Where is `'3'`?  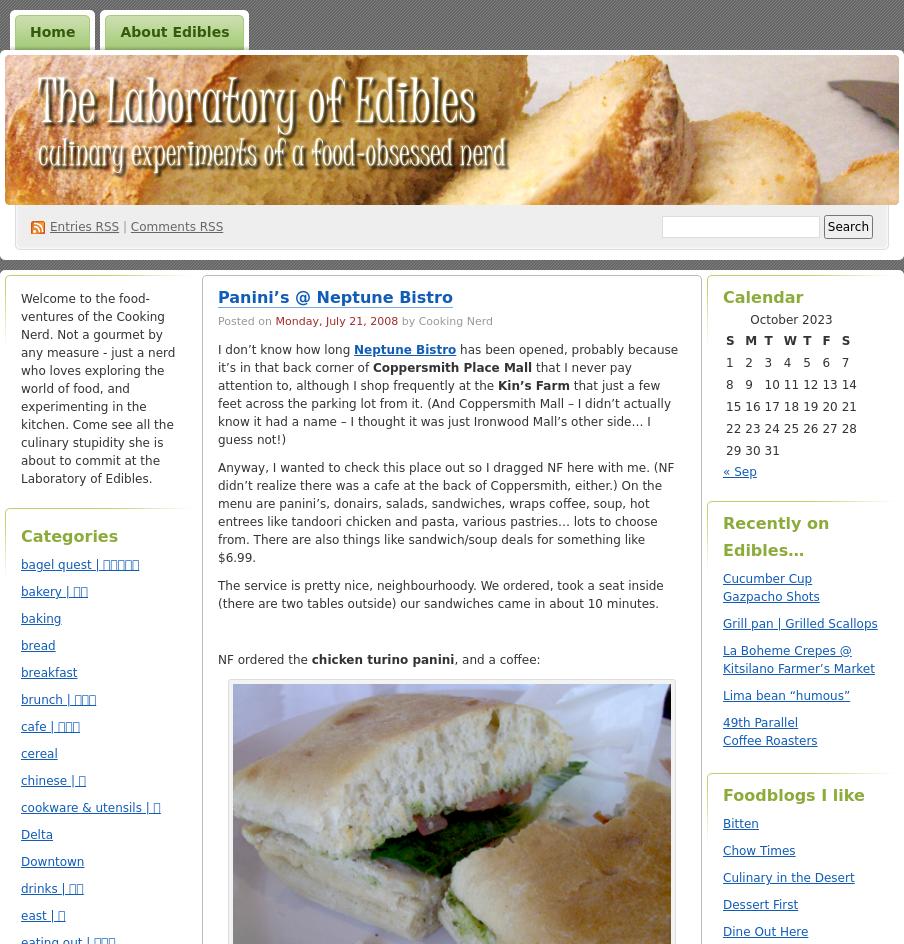 '3' is located at coordinates (768, 362).